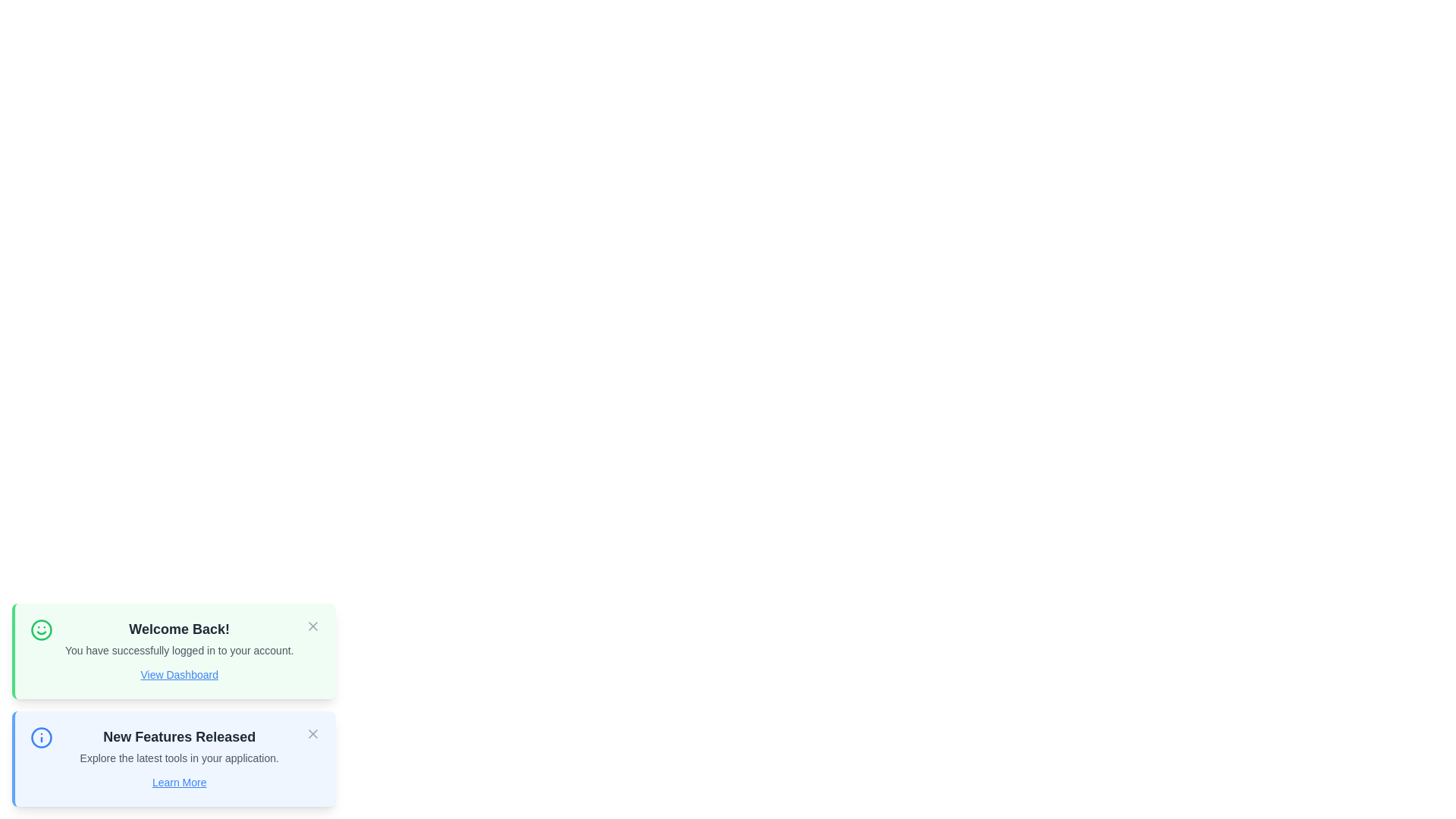 The image size is (1456, 819). What do you see at coordinates (41, 629) in the screenshot?
I see `the notification icon to identify its type based on the color and icon displayed` at bounding box center [41, 629].